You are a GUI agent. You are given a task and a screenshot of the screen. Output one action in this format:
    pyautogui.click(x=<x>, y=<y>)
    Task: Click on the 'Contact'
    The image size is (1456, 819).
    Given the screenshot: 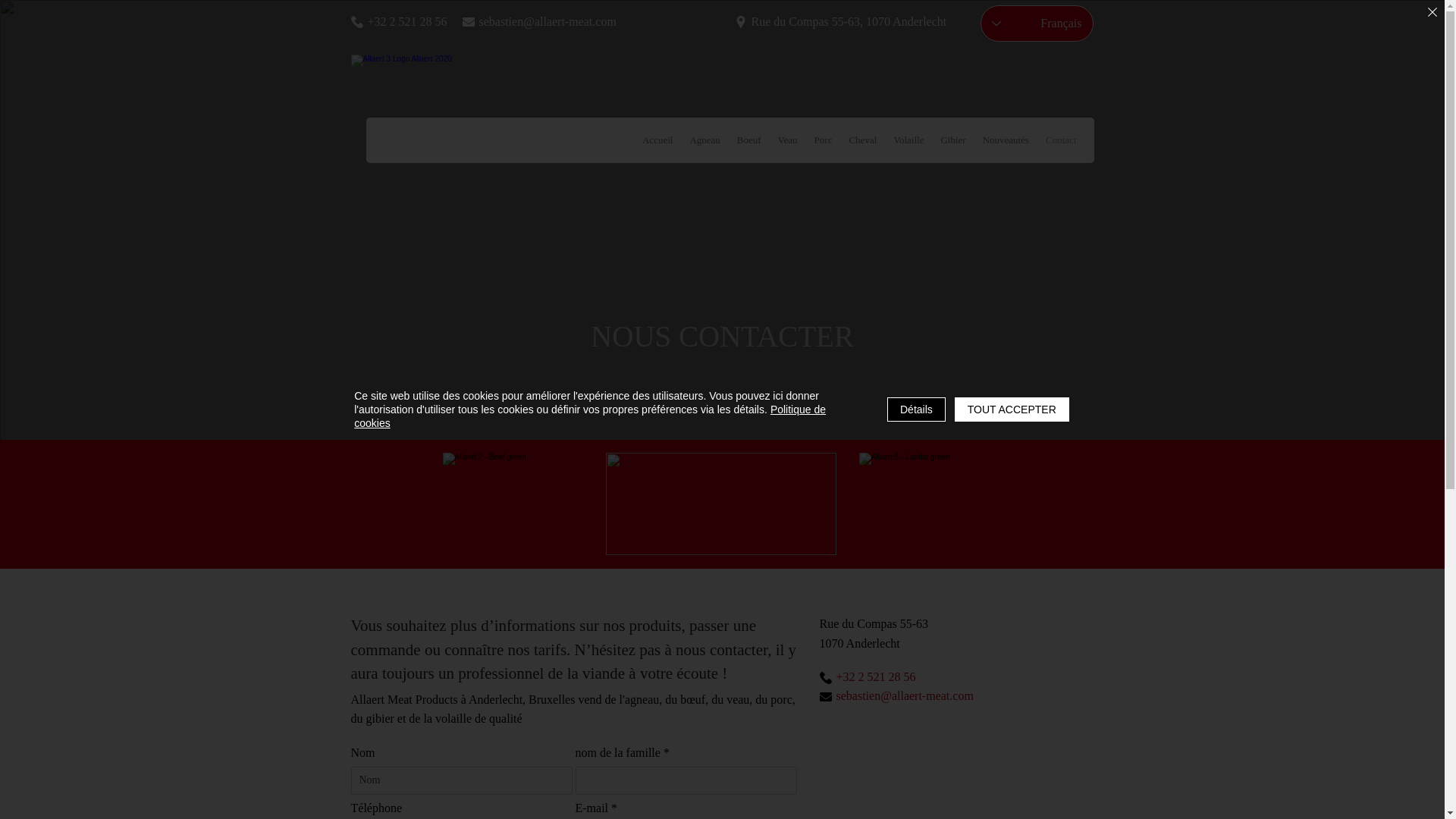 What is the action you would take?
    pyautogui.click(x=1059, y=140)
    